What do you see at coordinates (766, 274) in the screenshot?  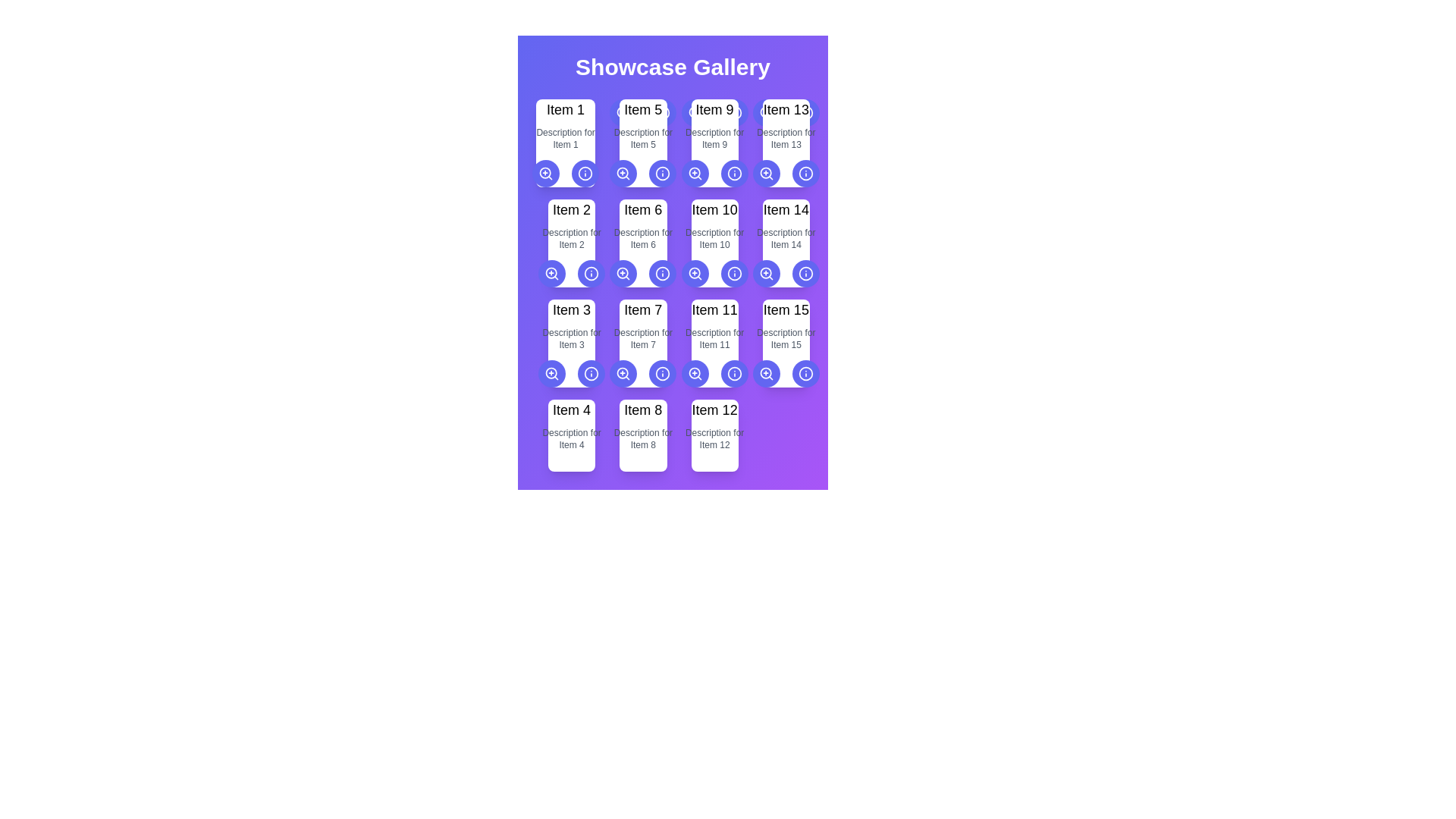 I see `the first button in the pair located under the card labeled 'Item 14' in the Showcase Gallery` at bounding box center [766, 274].